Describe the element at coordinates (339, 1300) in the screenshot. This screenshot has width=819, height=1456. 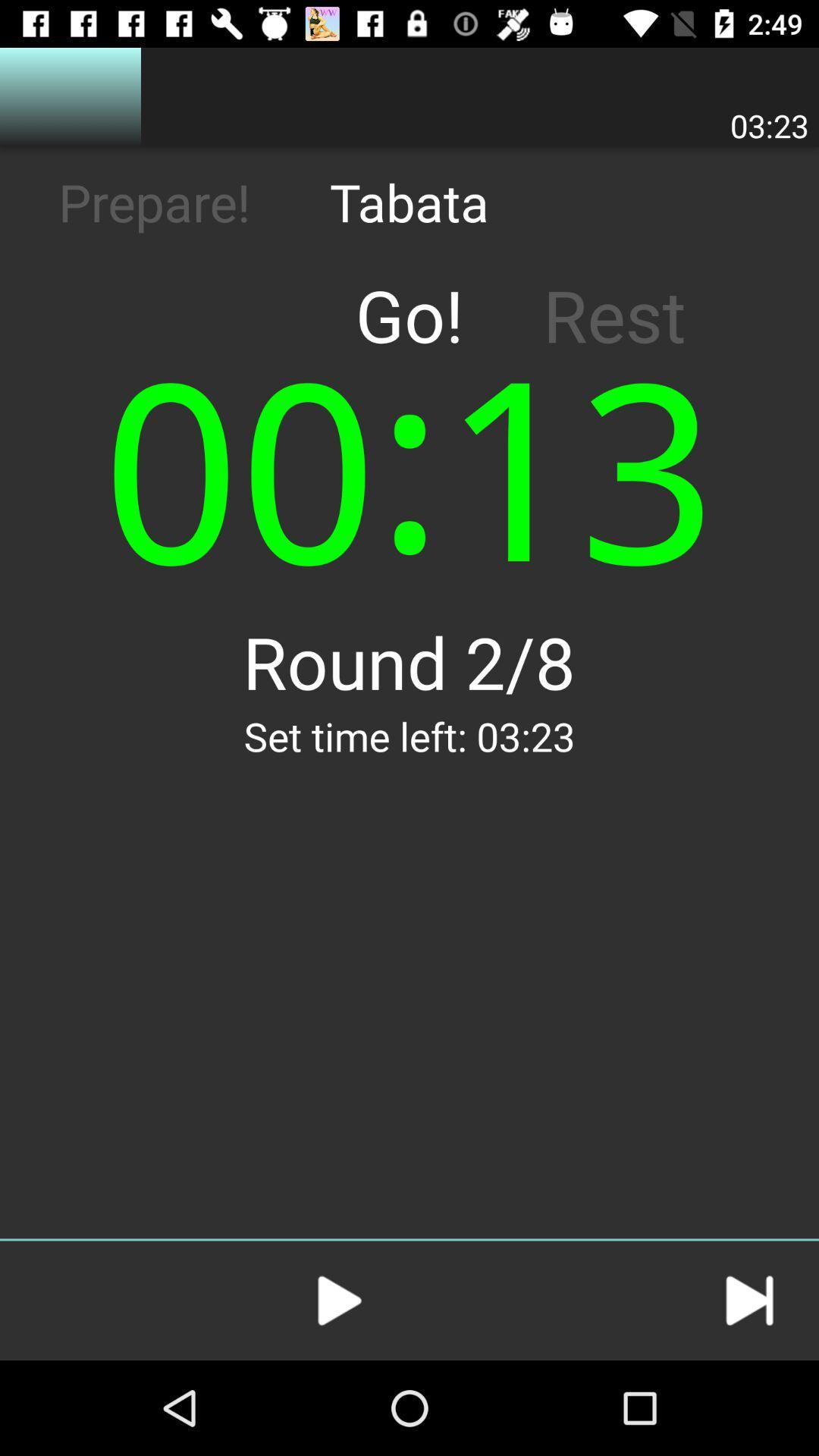
I see `play` at that location.